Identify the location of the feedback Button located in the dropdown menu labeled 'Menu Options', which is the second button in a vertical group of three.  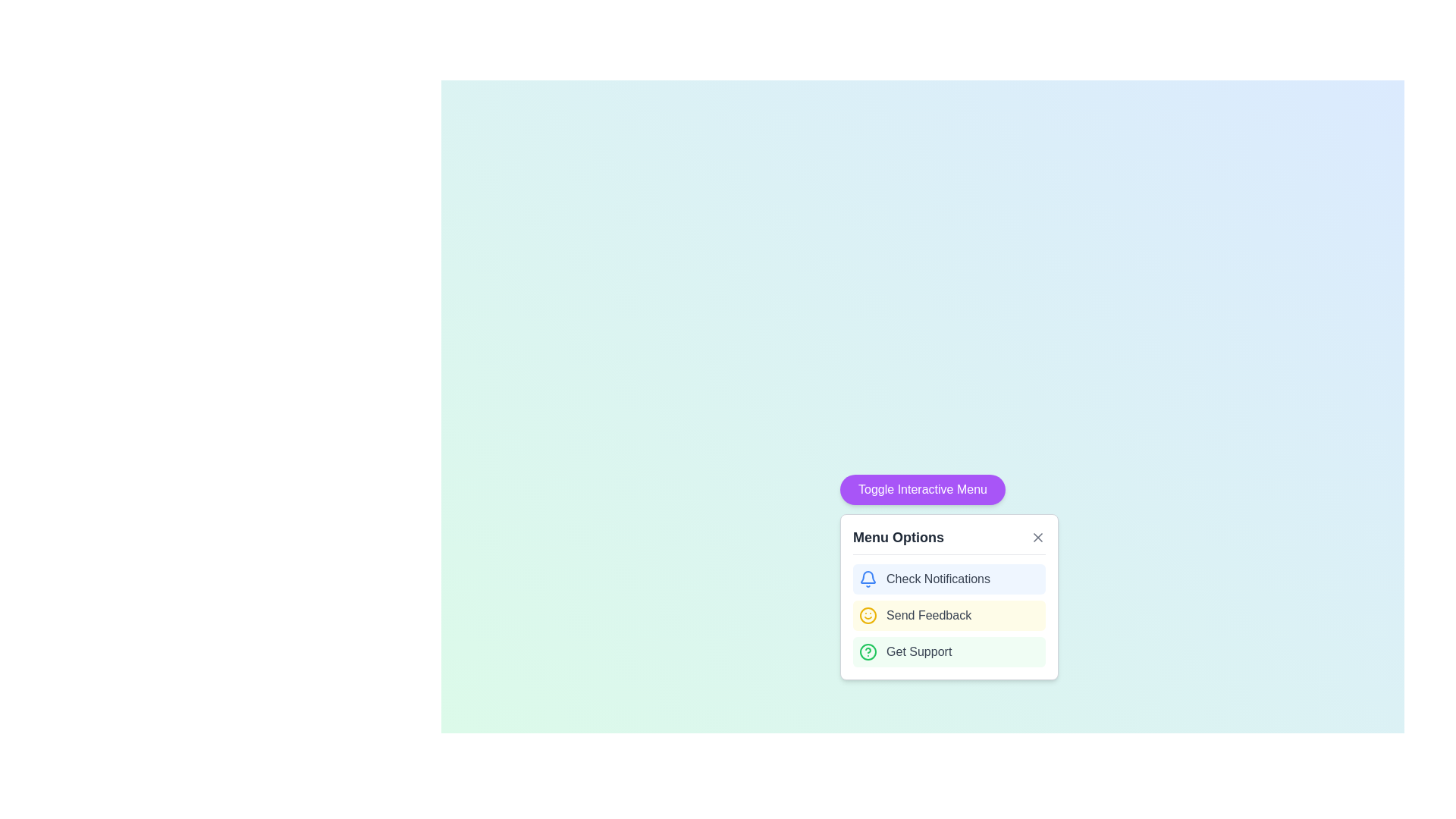
(949, 596).